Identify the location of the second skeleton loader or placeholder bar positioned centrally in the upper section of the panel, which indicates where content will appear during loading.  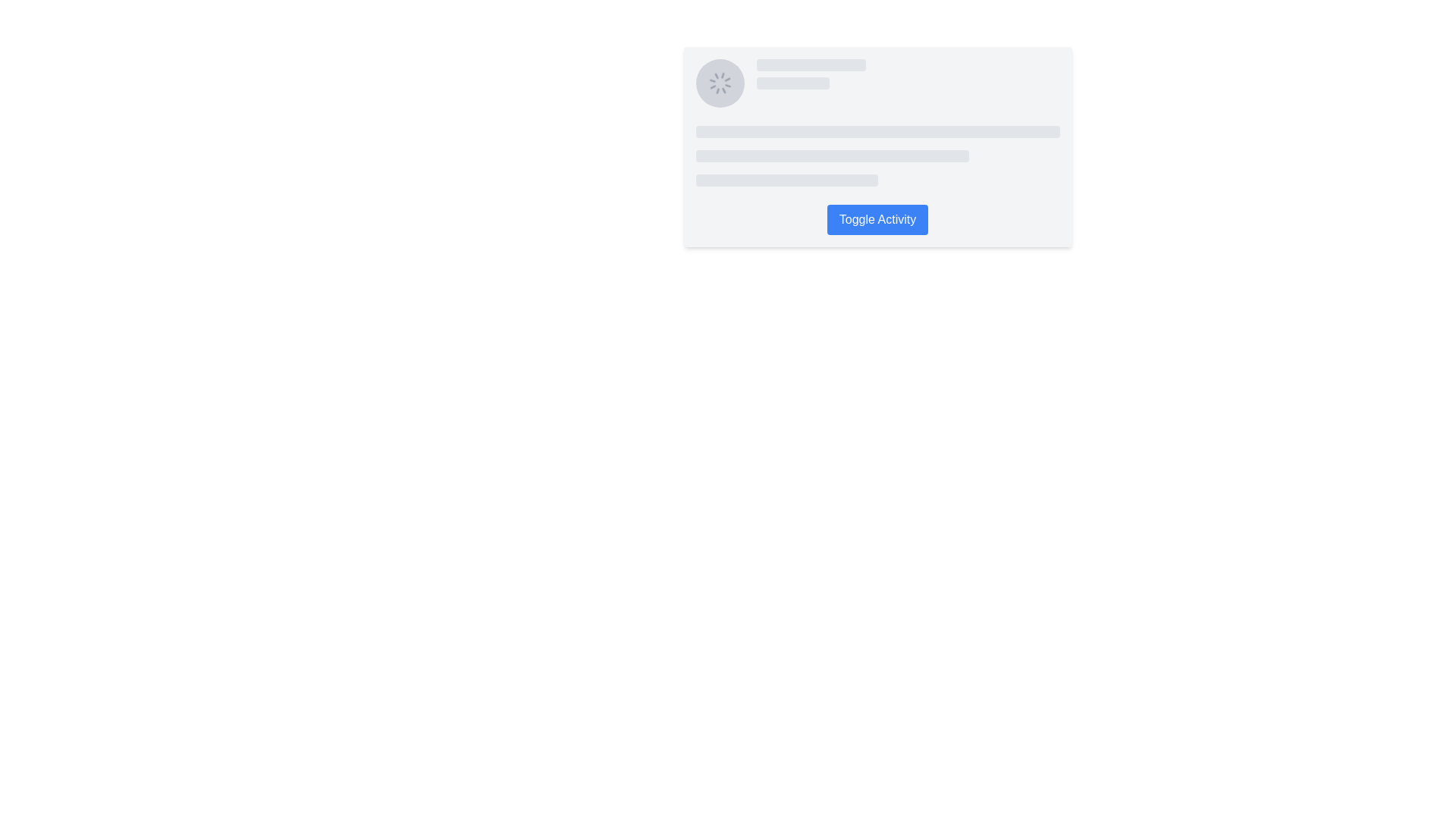
(831, 155).